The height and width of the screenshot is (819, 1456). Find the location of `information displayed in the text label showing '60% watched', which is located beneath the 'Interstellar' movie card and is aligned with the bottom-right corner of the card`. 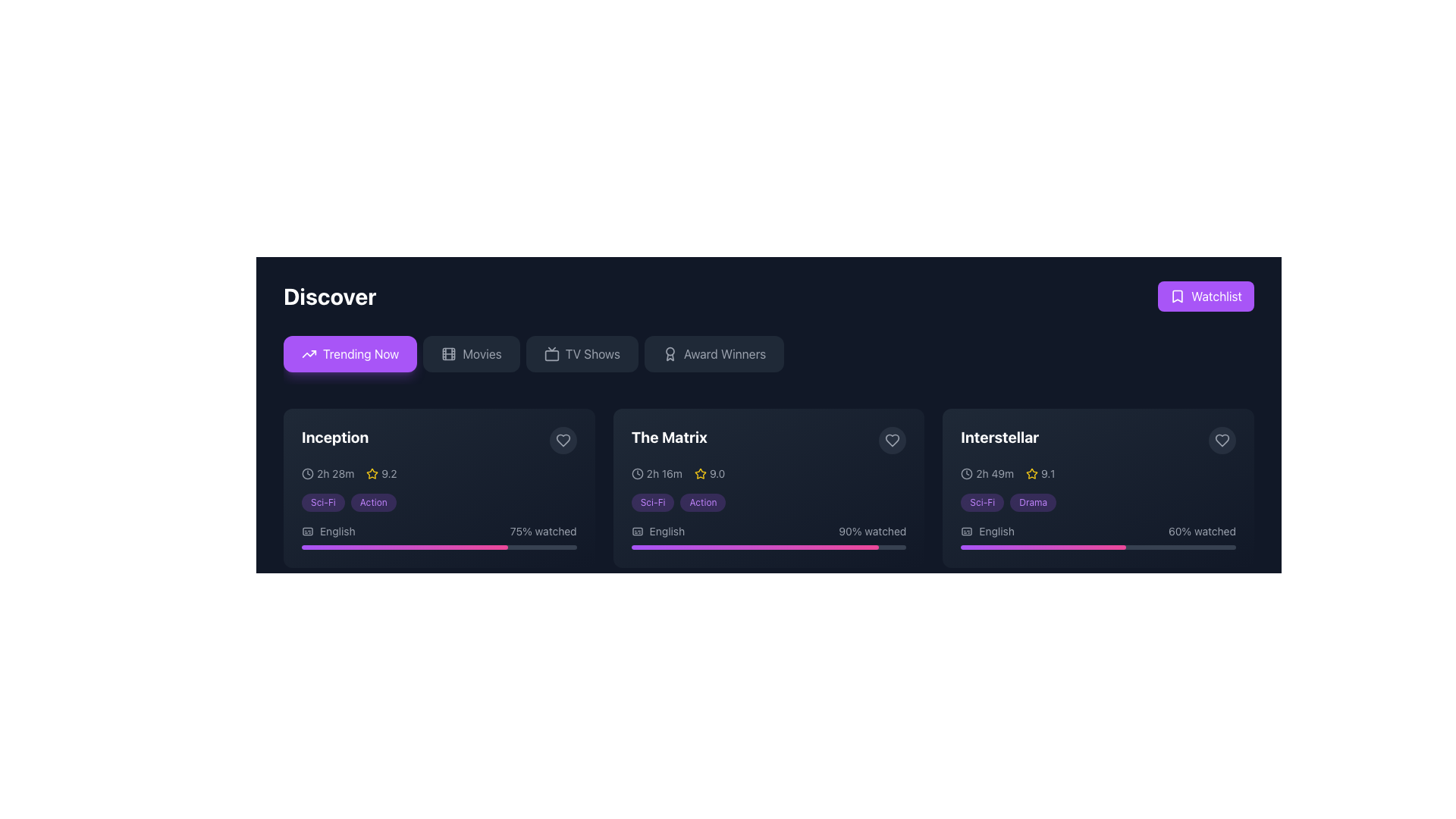

information displayed in the text label showing '60% watched', which is located beneath the 'Interstellar' movie card and is aligned with the bottom-right corner of the card is located at coordinates (1201, 531).